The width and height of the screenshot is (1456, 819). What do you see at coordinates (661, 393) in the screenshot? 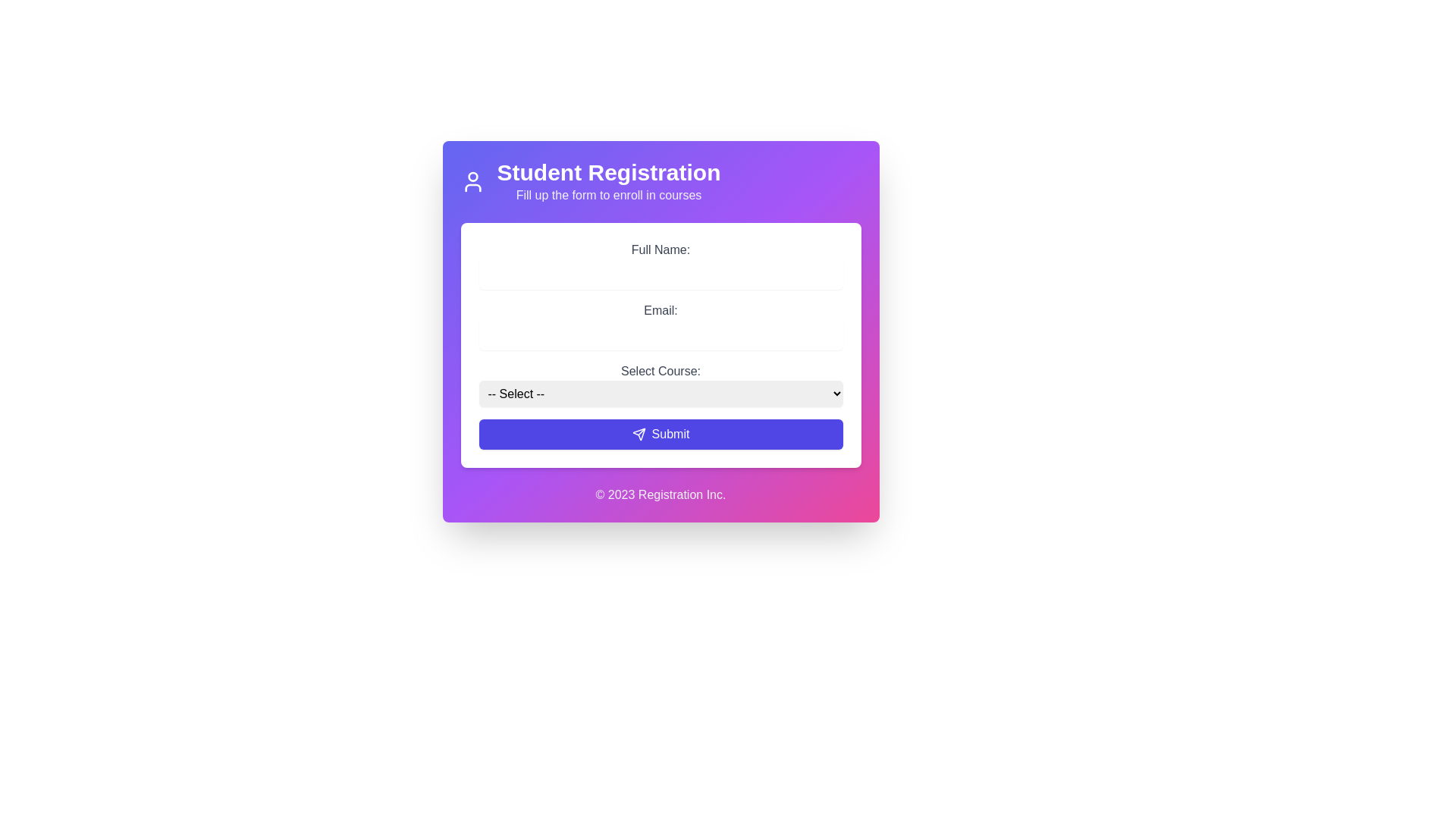
I see `the dropdown menu labeled '-- Select --'` at bounding box center [661, 393].